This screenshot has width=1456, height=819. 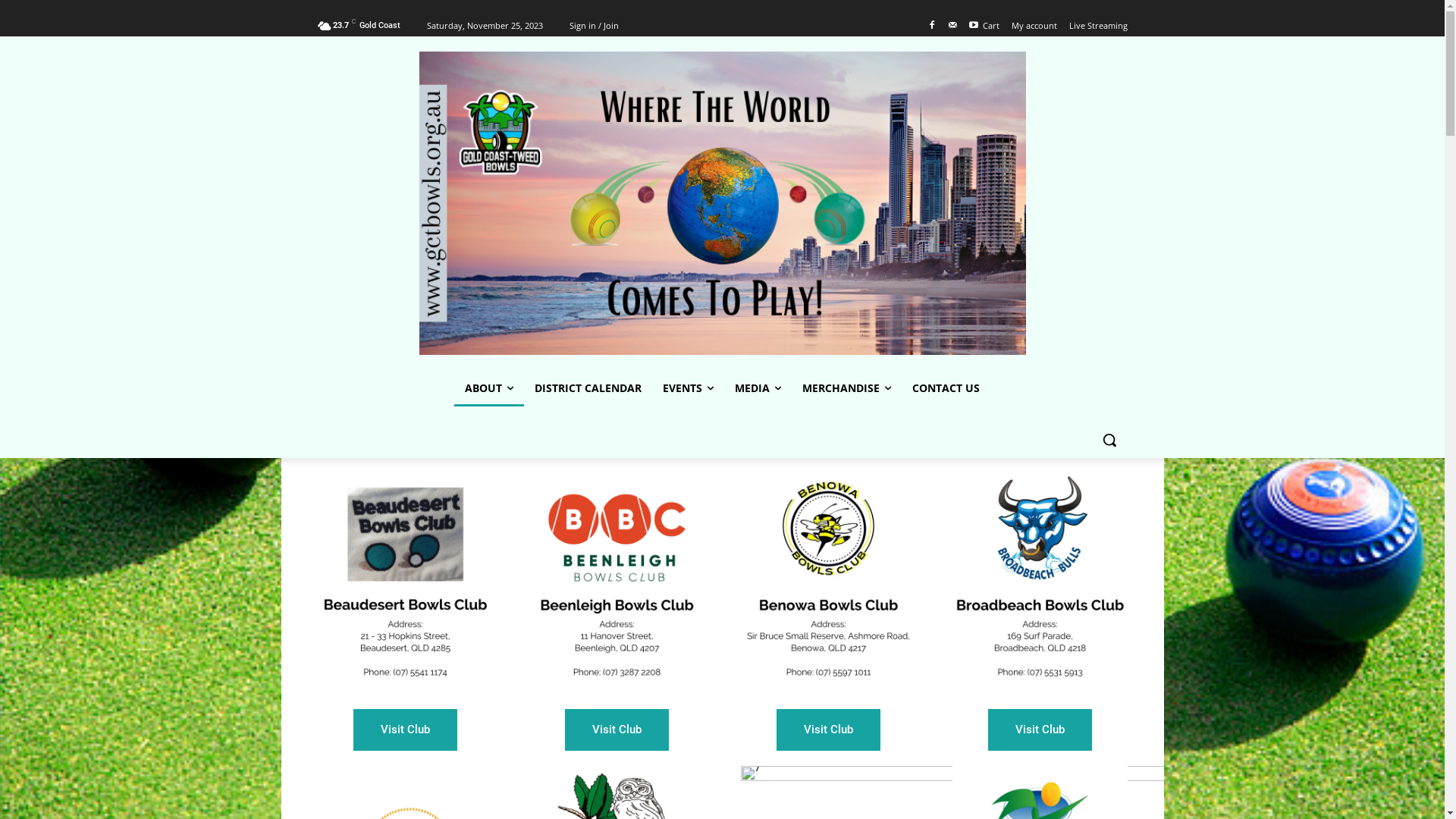 I want to click on 'MEDIA', so click(x=758, y=388).